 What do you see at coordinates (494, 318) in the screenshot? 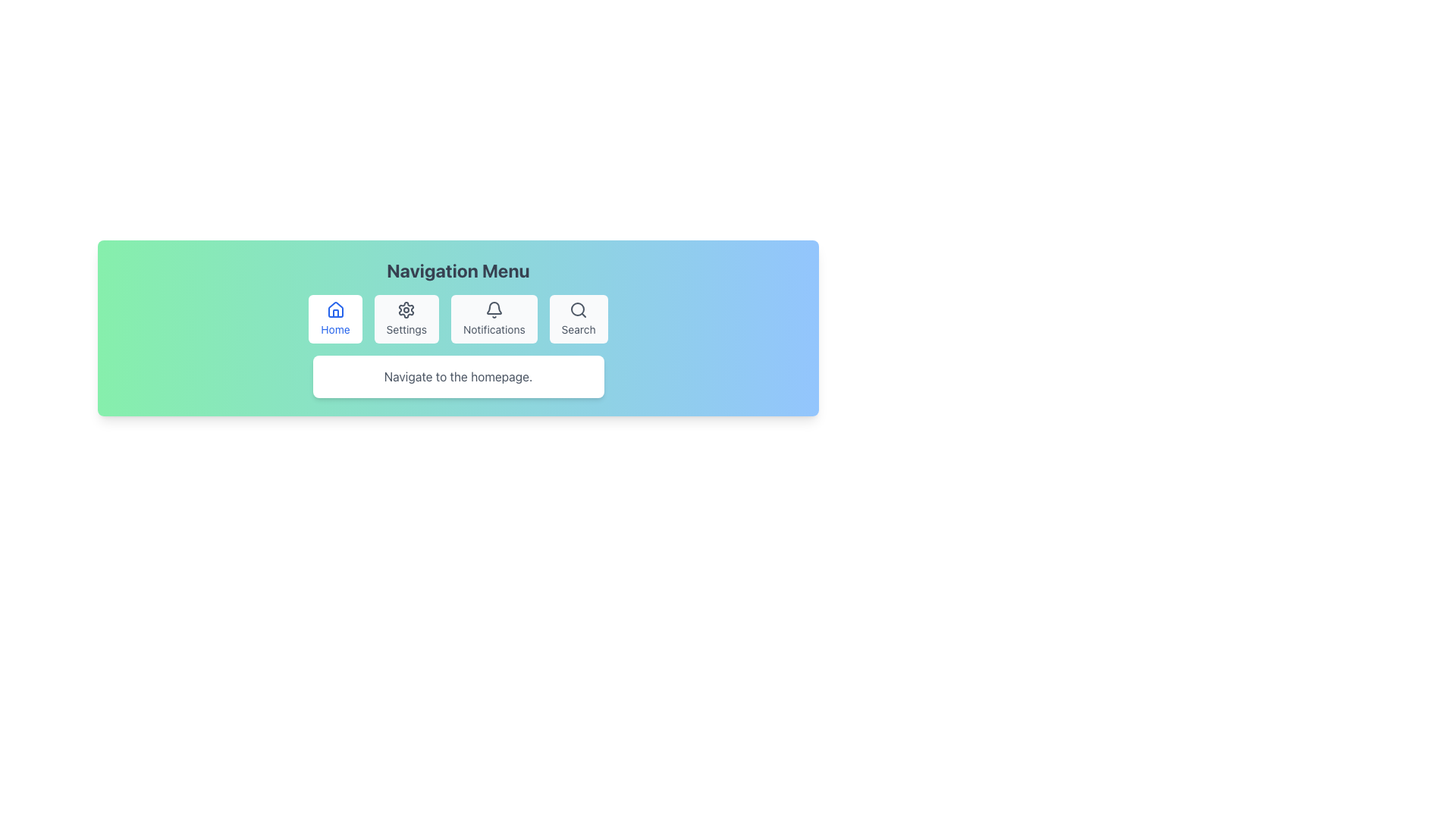
I see `the 'Notifications' button, which is a rectangular button with a light gray background and a bell icon, located in the horizontal navigation menu between the 'Settings' and 'Search' buttons` at bounding box center [494, 318].